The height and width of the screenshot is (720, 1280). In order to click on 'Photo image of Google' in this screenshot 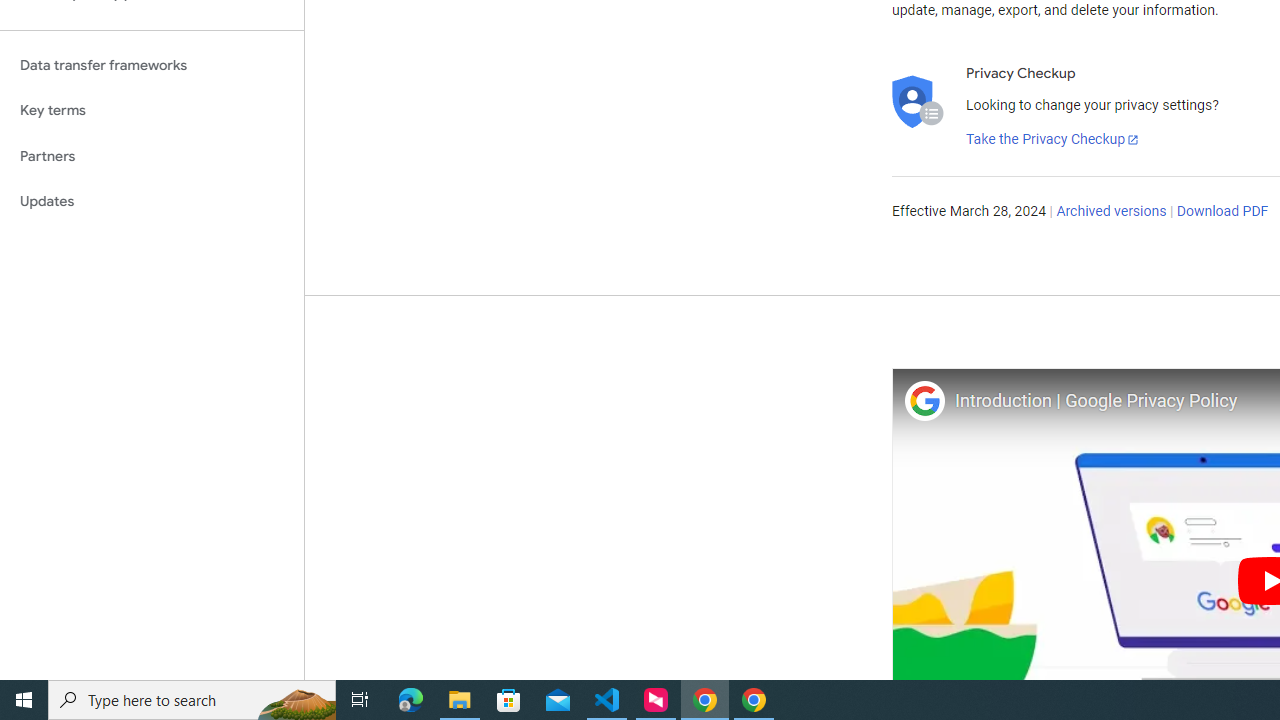, I will do `click(923, 400)`.